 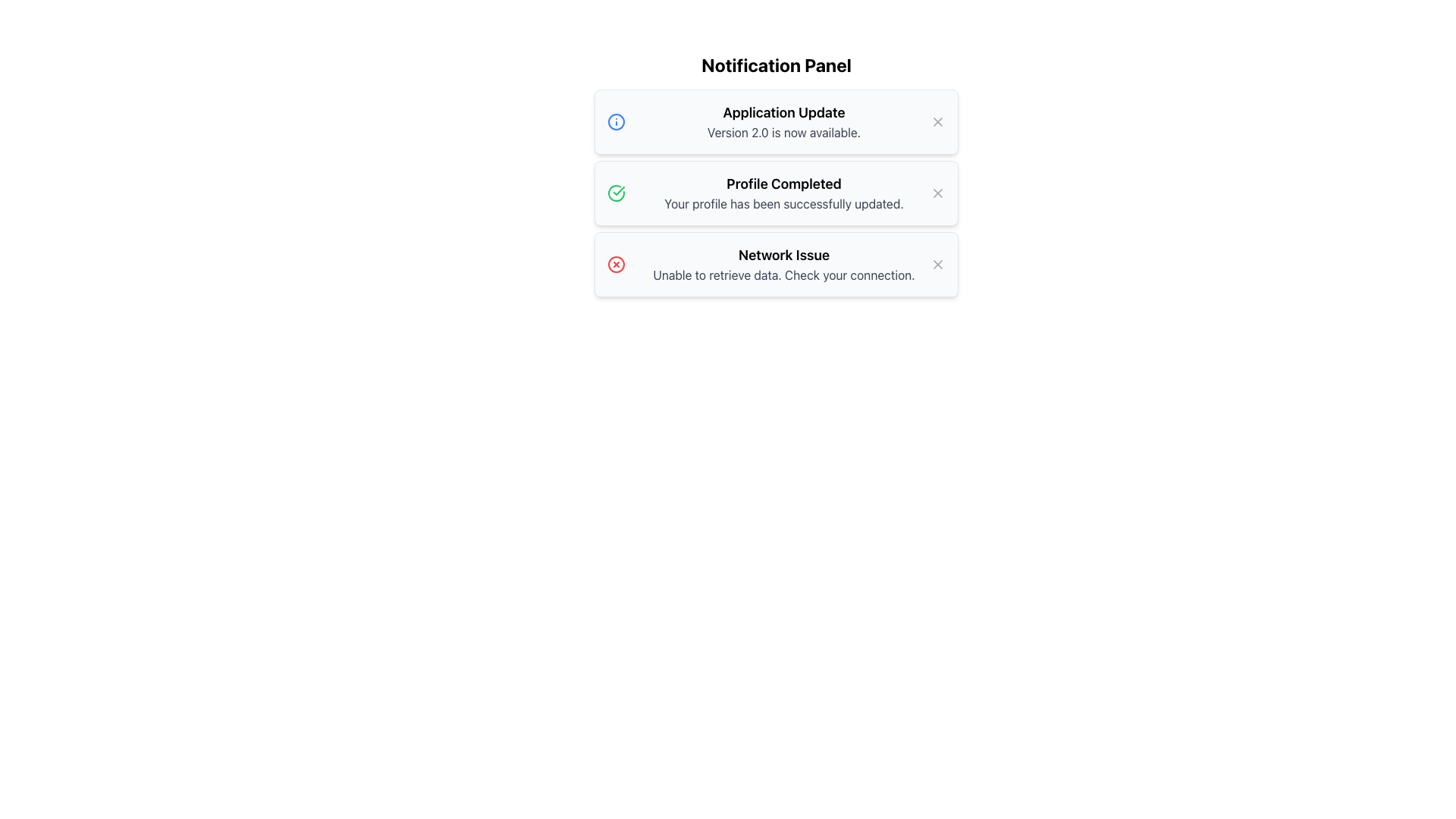 I want to click on the static text display element titled 'Application Update' which shows the subtitle 'Version 2.0 is now available.', so click(x=783, y=121).